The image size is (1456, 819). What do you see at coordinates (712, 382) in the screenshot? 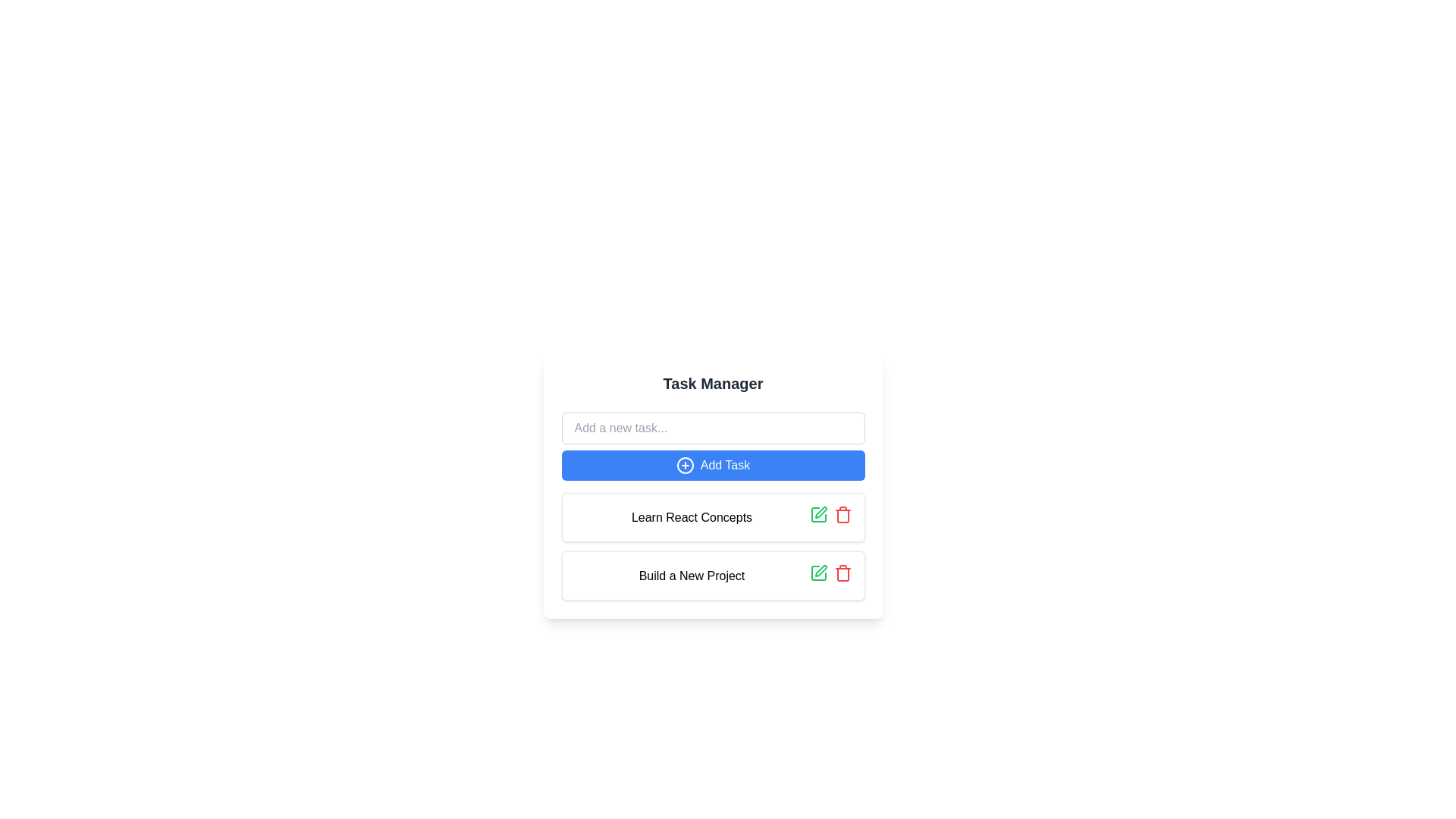
I see `the bold 'Task Manager' text element, which is prominently displayed at the top of the panel with rounded corners` at bounding box center [712, 382].